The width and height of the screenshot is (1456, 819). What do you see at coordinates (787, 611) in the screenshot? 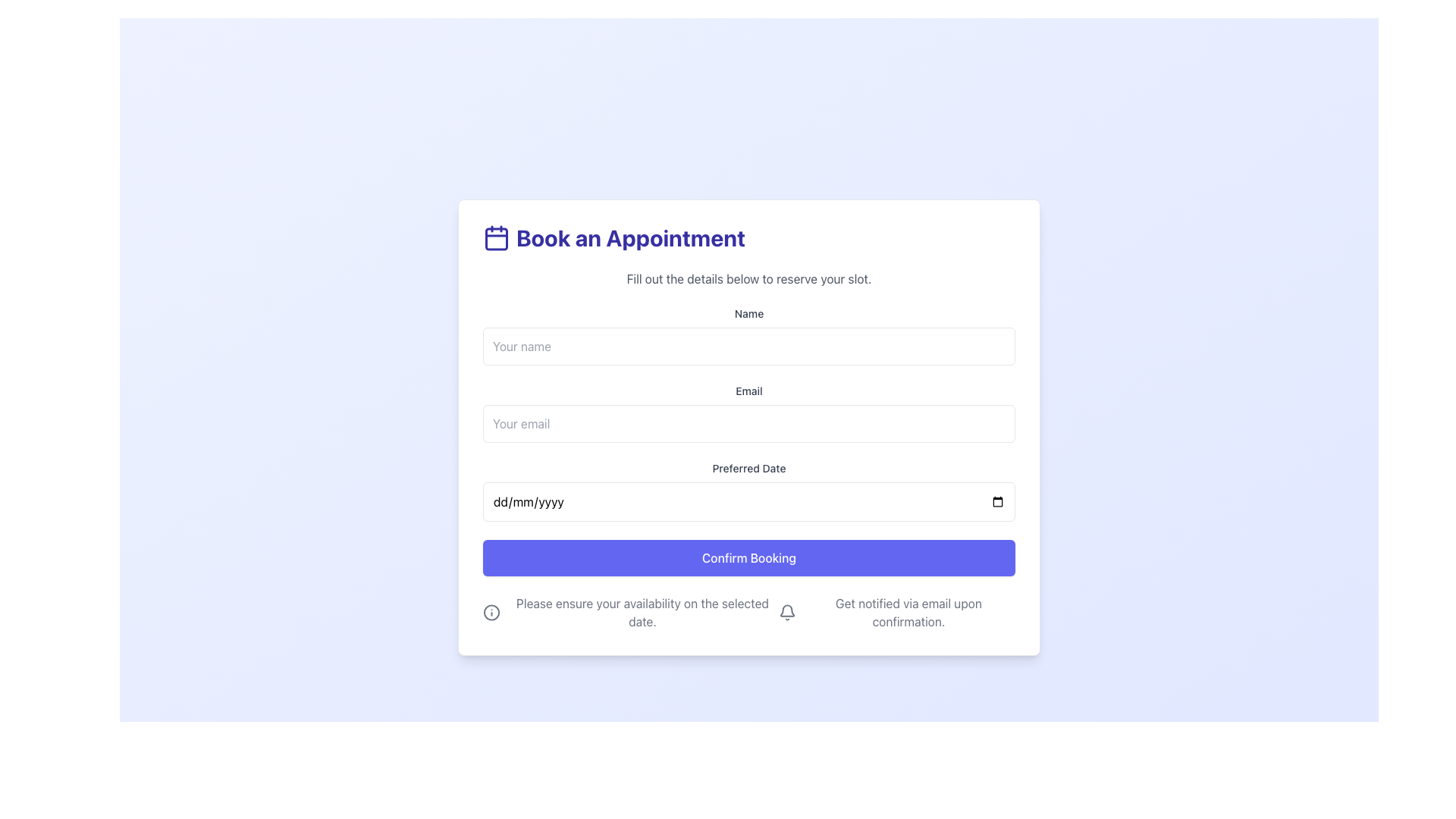
I see `the bell-shaped notification icon located to the left of the text 'Get notified via email upon confirmation.' in the bottom-right corner of the viewport` at bounding box center [787, 611].